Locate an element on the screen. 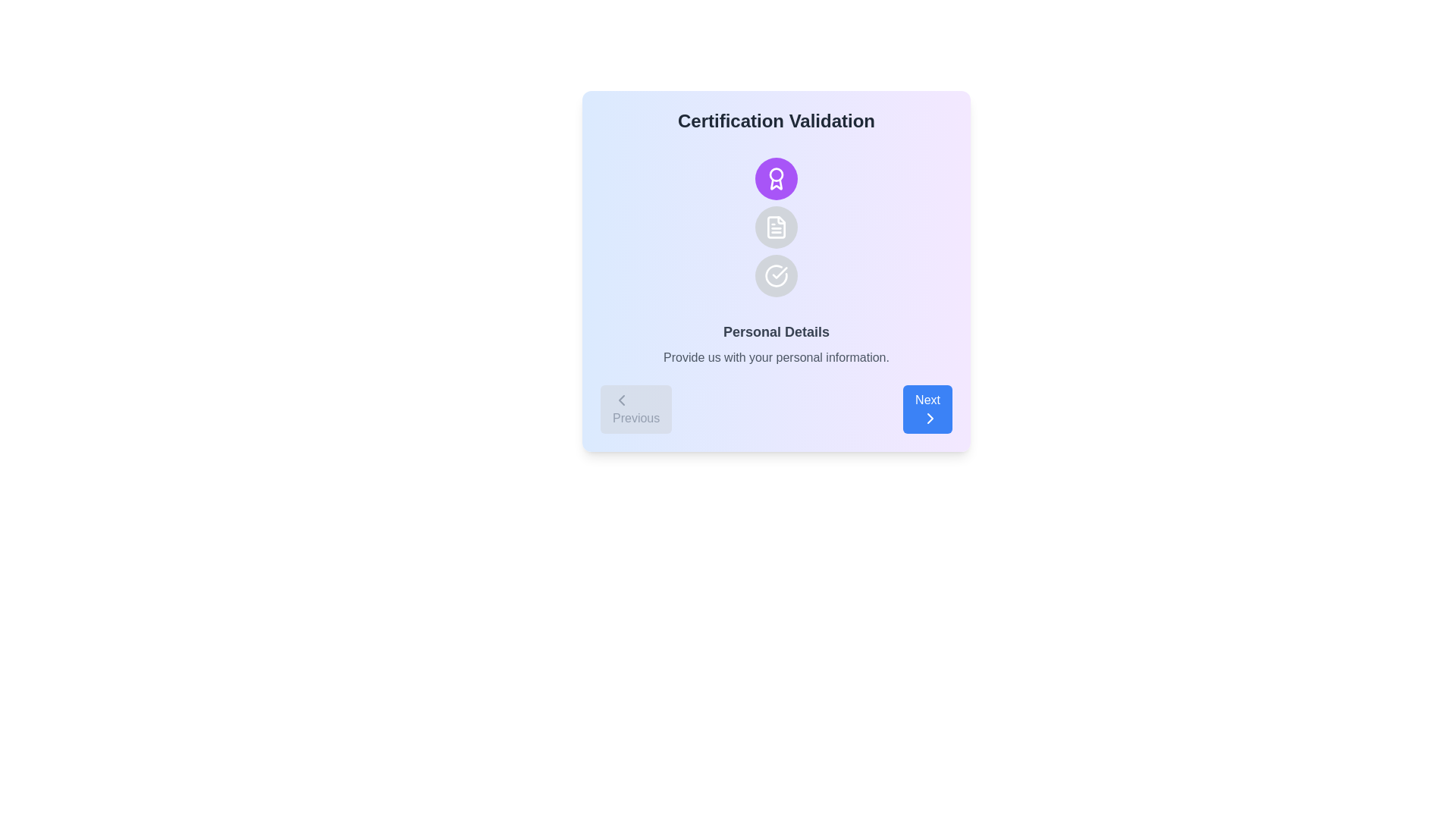 The height and width of the screenshot is (819, 1456). the 'Previous' icon located in the bottom-left corner of the modal interface is located at coordinates (622, 400).